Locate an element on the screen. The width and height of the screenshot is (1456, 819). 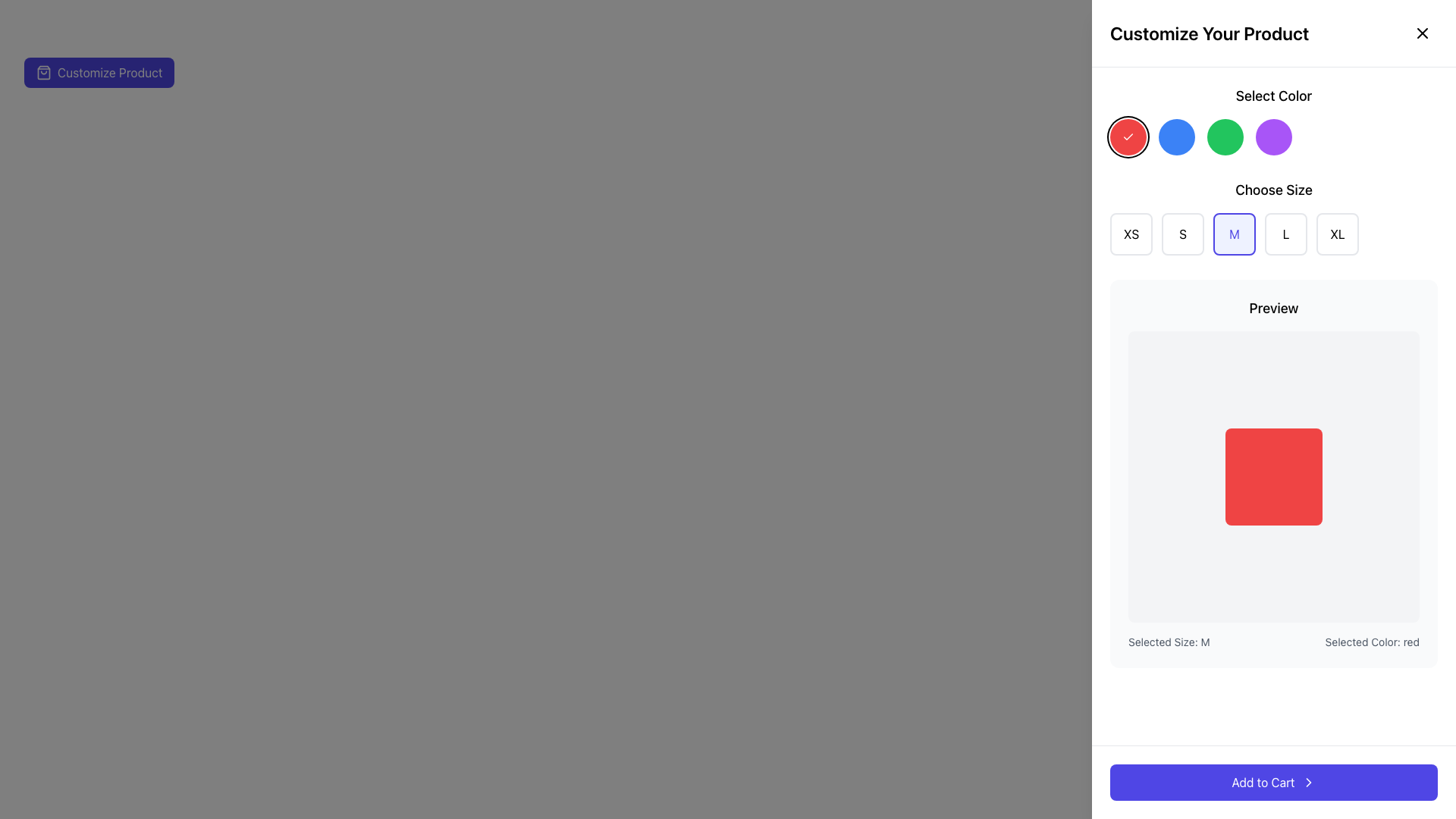
the 'Customize Product' button, which is represented by an icon on the left side of the button is located at coordinates (43, 73).